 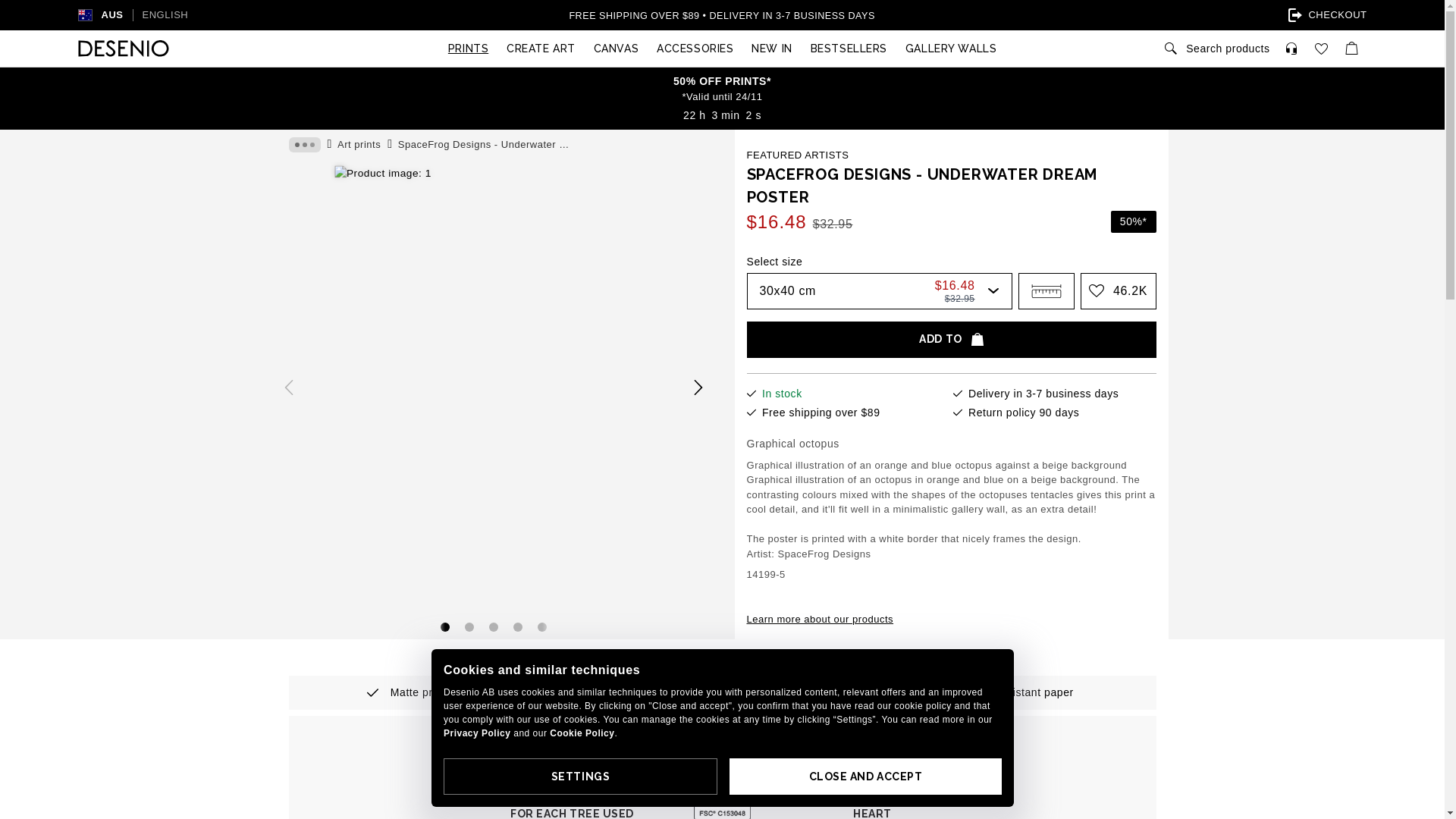 I want to click on 'Search products', so click(x=1216, y=48).